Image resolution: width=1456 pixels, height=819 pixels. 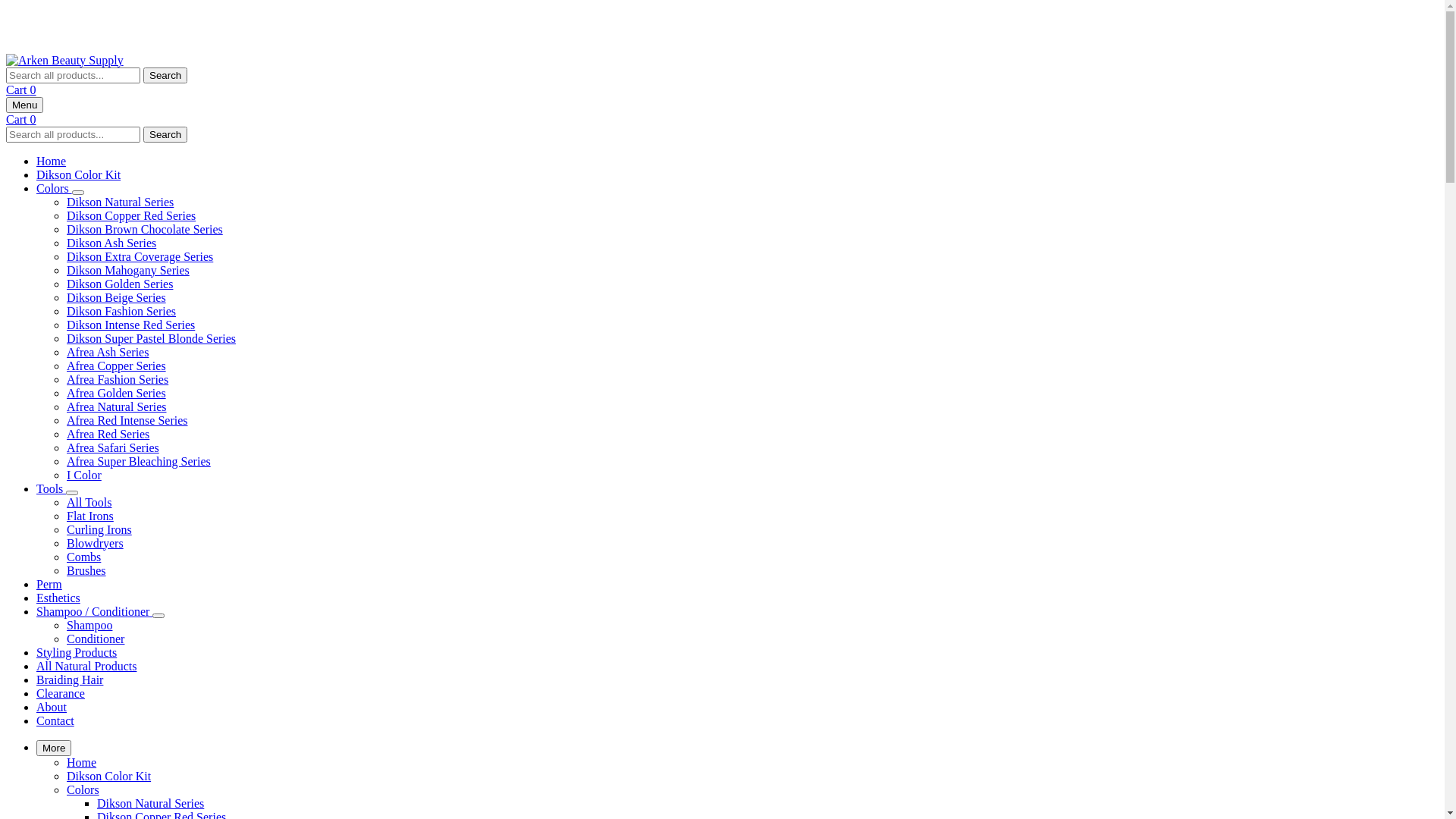 I want to click on 'Home', so click(x=80, y=761).